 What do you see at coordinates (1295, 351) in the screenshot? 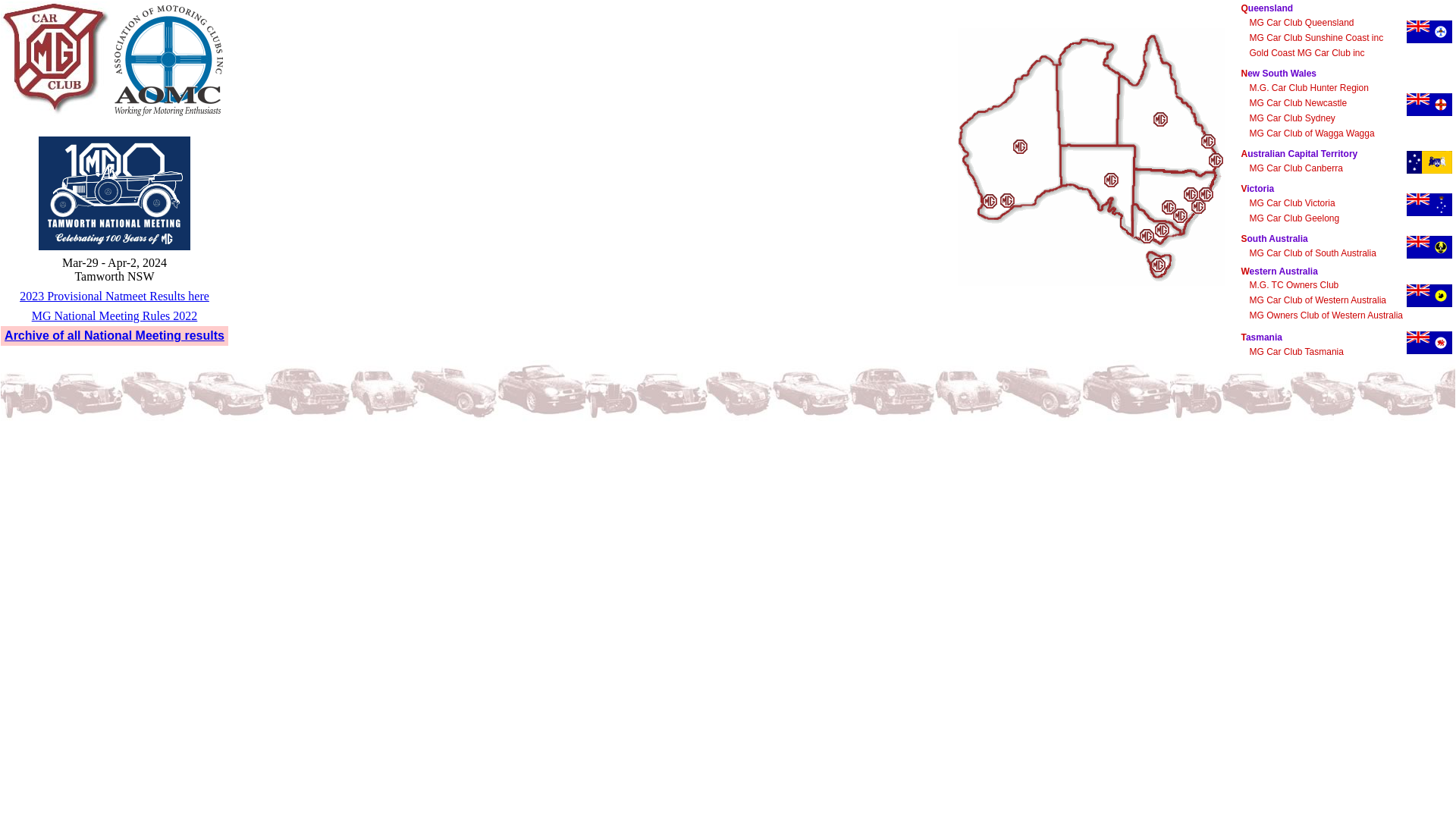
I see `'MG Car Club Tasmania'` at bounding box center [1295, 351].